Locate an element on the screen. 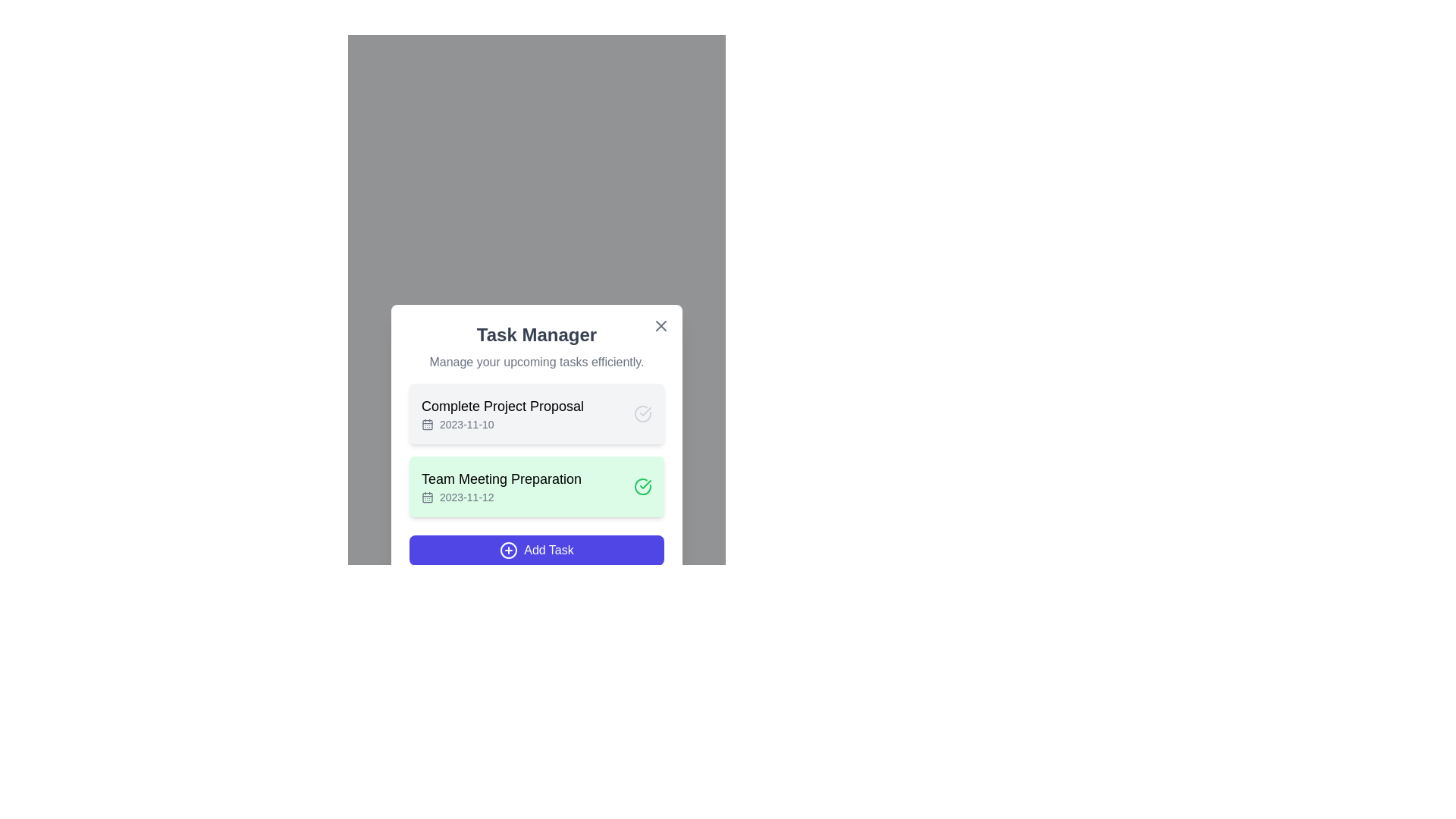  the calendar icon located to the left of the date '2023-11-10' in the task card labeled 'Complete Project Proposal' under the 'Task Manager' section is located at coordinates (427, 424).